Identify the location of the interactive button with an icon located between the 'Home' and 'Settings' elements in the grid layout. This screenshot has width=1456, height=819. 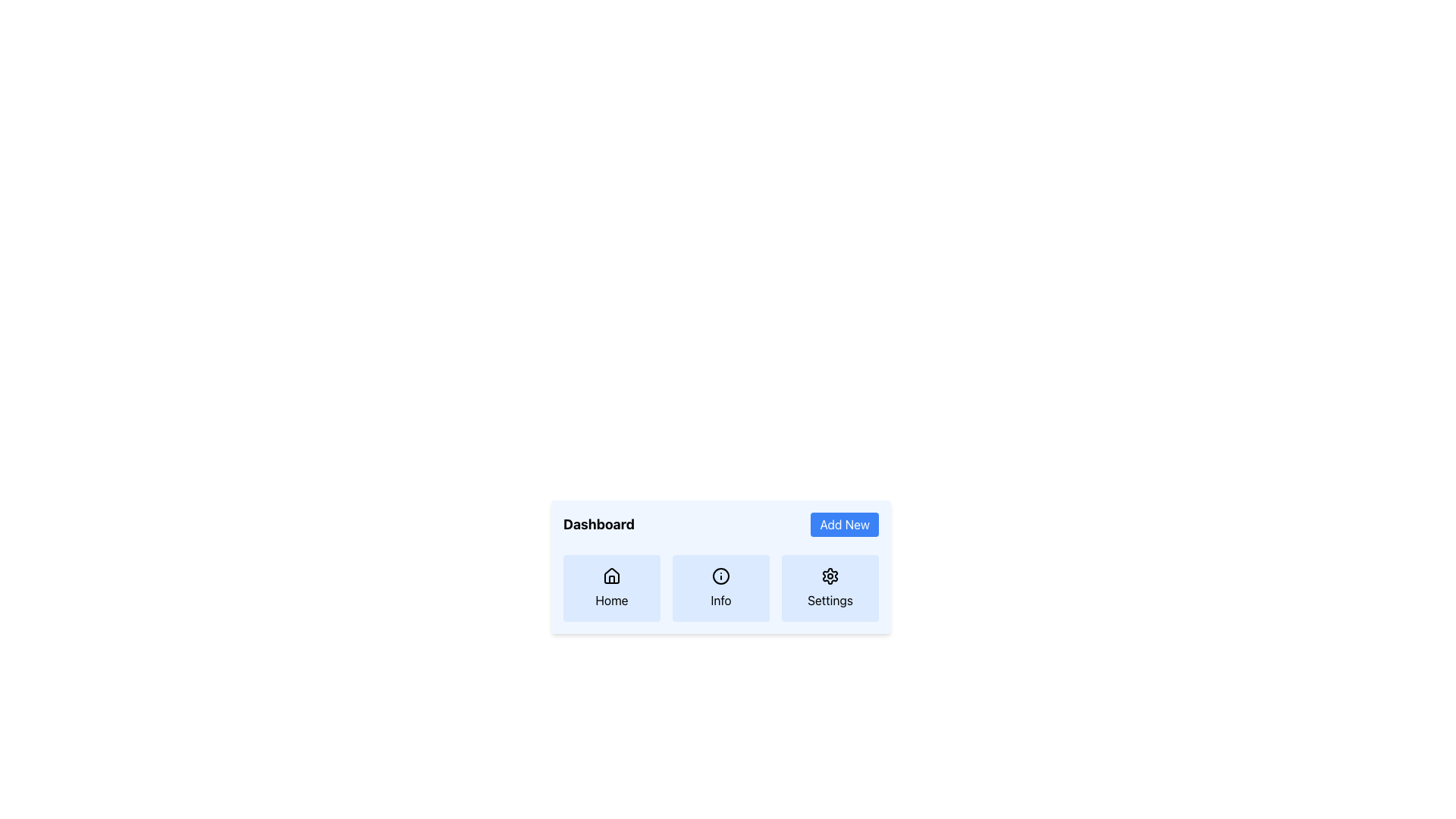
(720, 587).